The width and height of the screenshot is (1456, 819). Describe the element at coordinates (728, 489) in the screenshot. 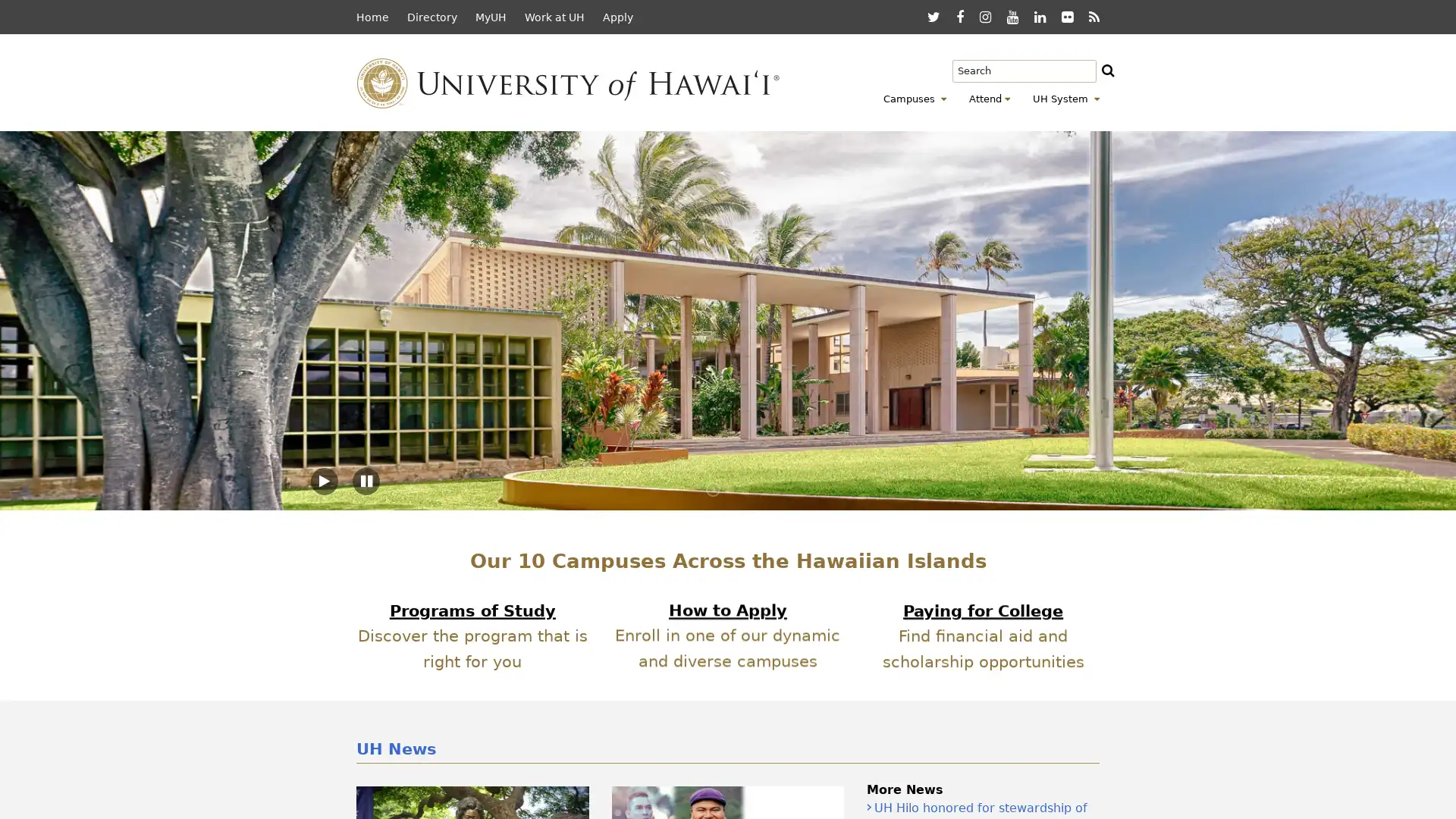

I see `go to slide number 2` at that location.